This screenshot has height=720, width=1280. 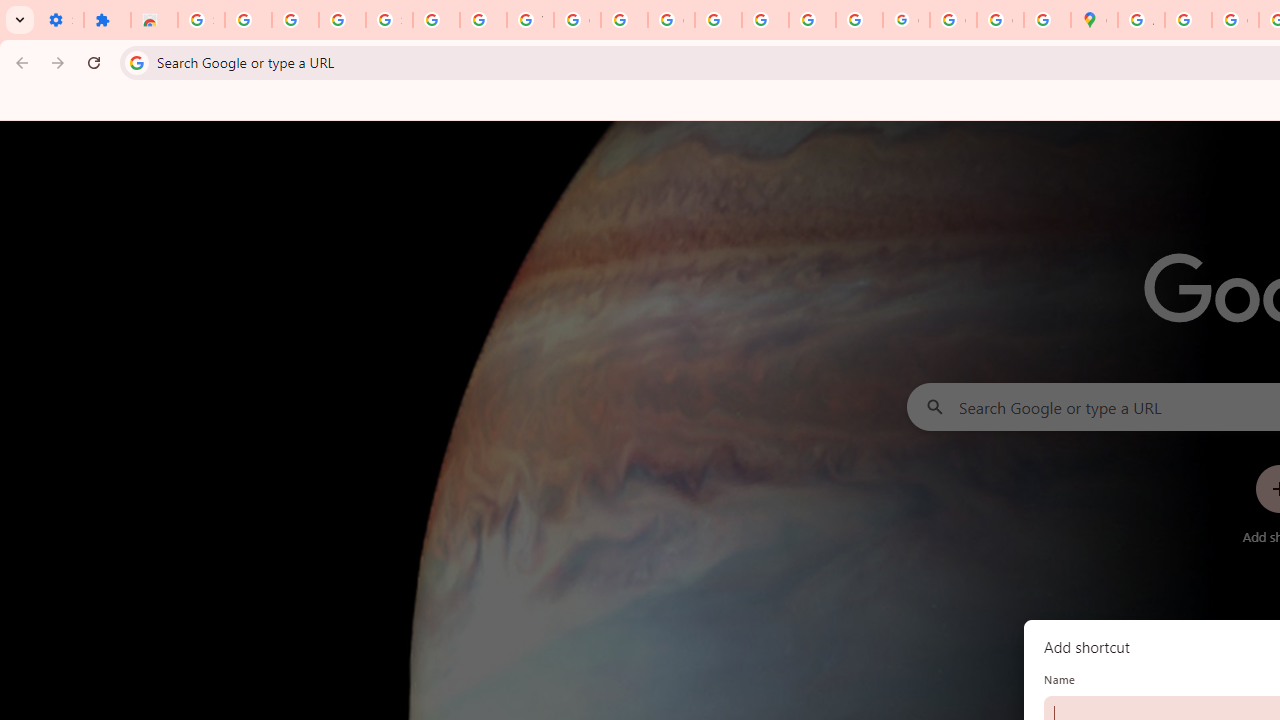 I want to click on 'Extensions', so click(x=106, y=20).